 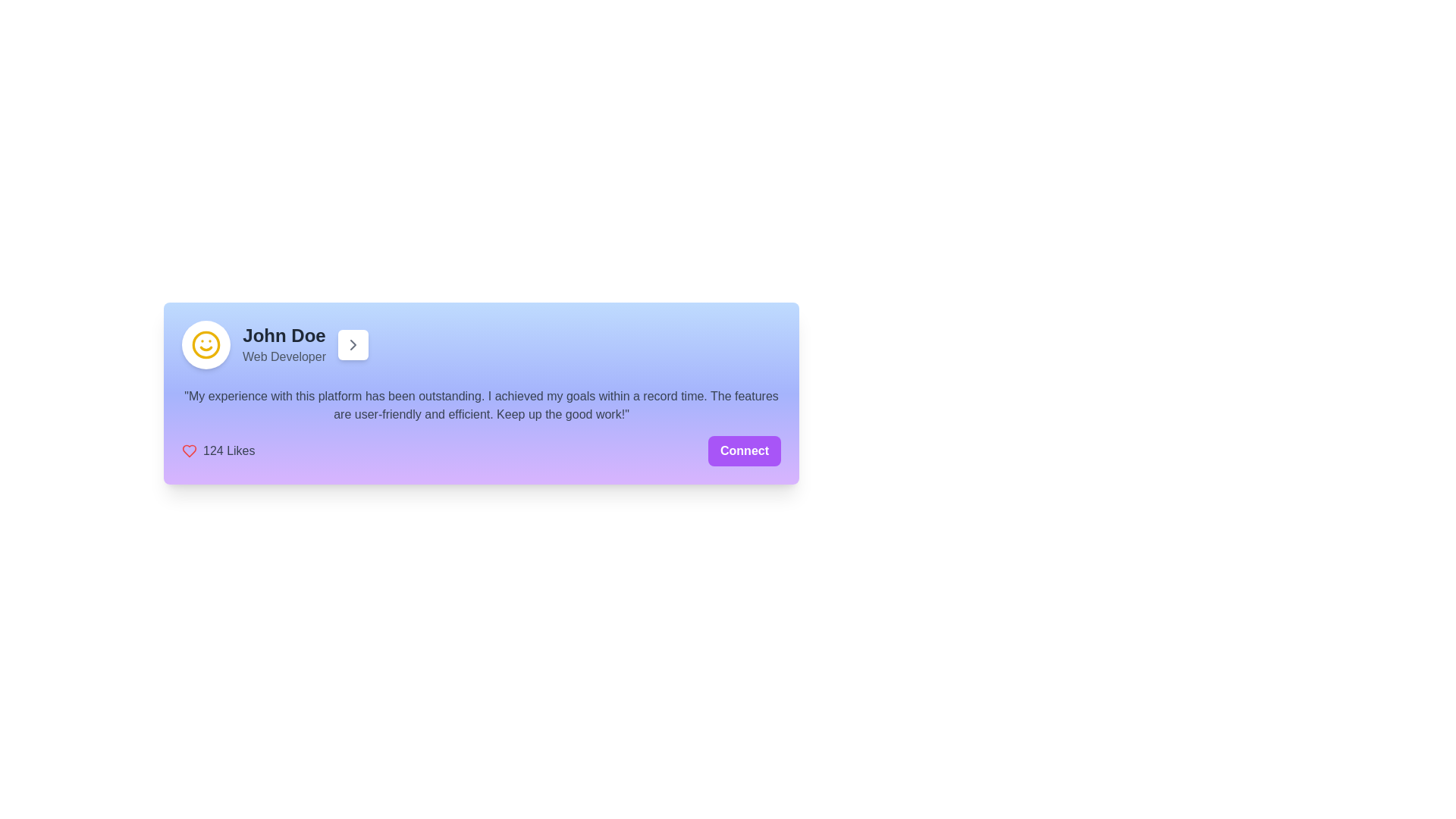 What do you see at coordinates (480, 405) in the screenshot?
I see `the text block containing the testimonial by 'John Doe, Web Developer', which has a dark gray font and is centrally located in the lower middle section of the card` at bounding box center [480, 405].